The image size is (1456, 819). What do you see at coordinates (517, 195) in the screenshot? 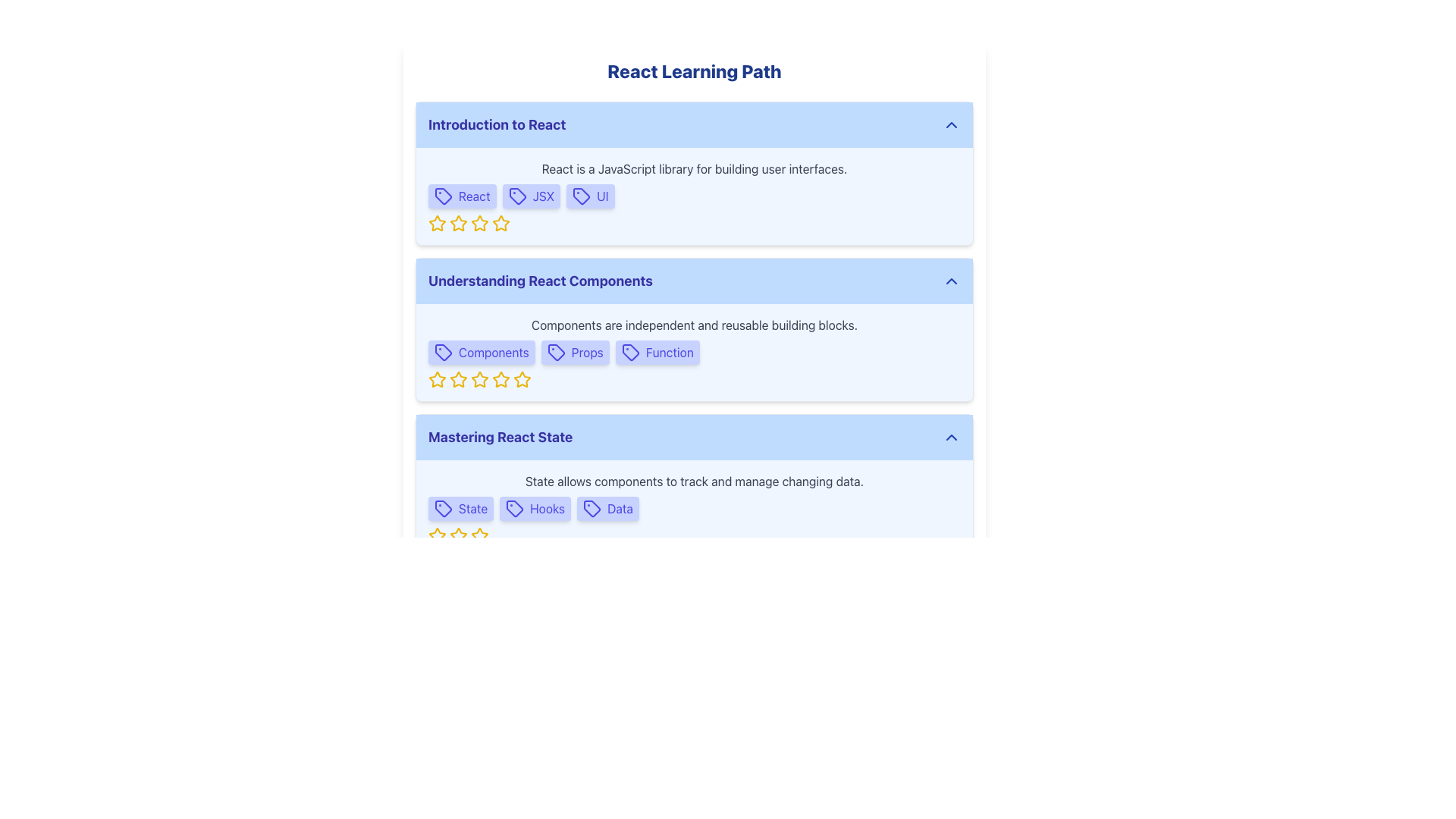
I see `the Decorative Icon, which is a tag-shaped icon with a clean outline and a small dot, located next to the React and UI tags in the 'Introduction to React' section` at bounding box center [517, 195].